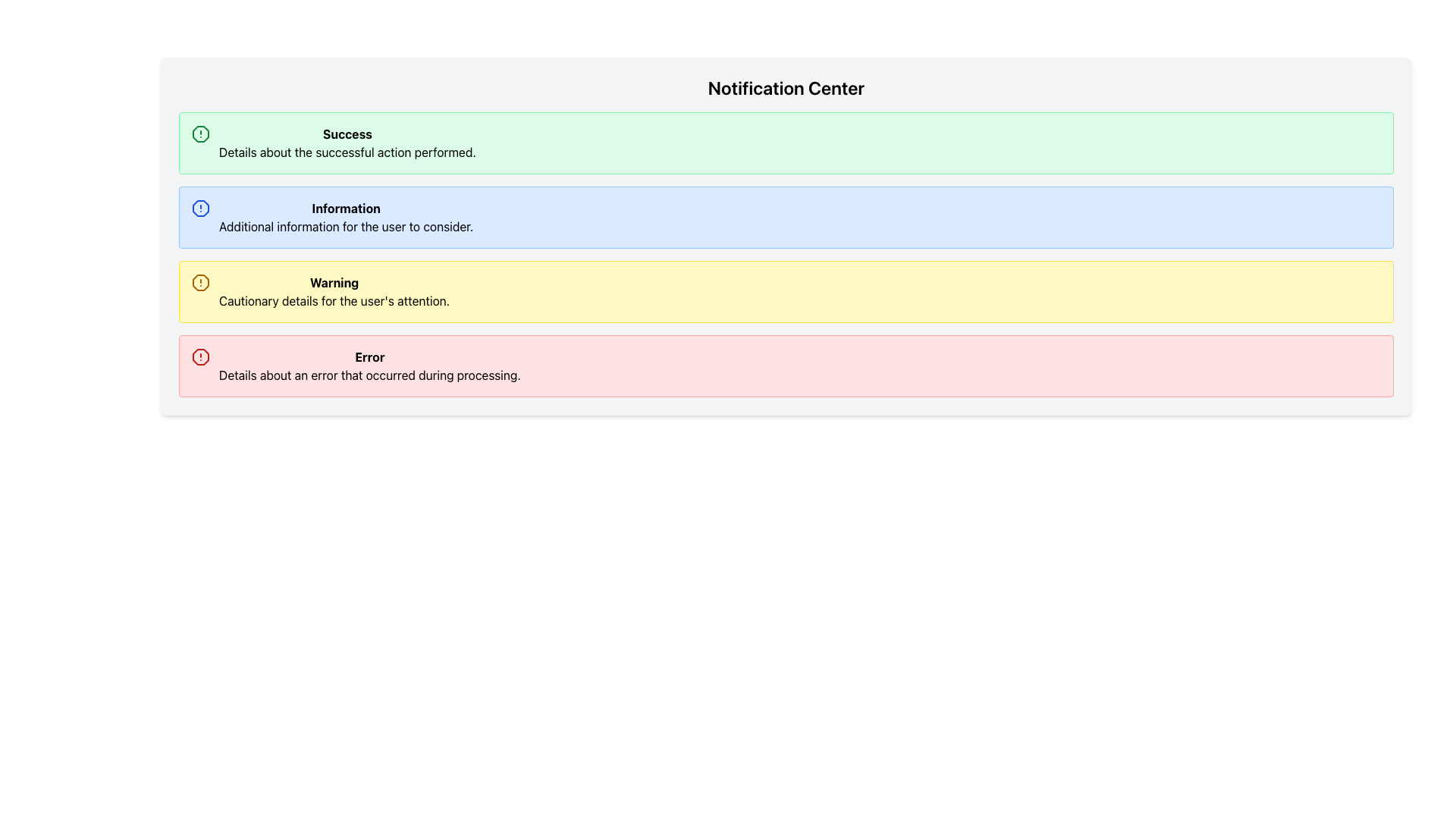 The height and width of the screenshot is (819, 1456). I want to click on the success alert notification icon located at the top left of the 'Success' notification card in the notification center, so click(199, 133).